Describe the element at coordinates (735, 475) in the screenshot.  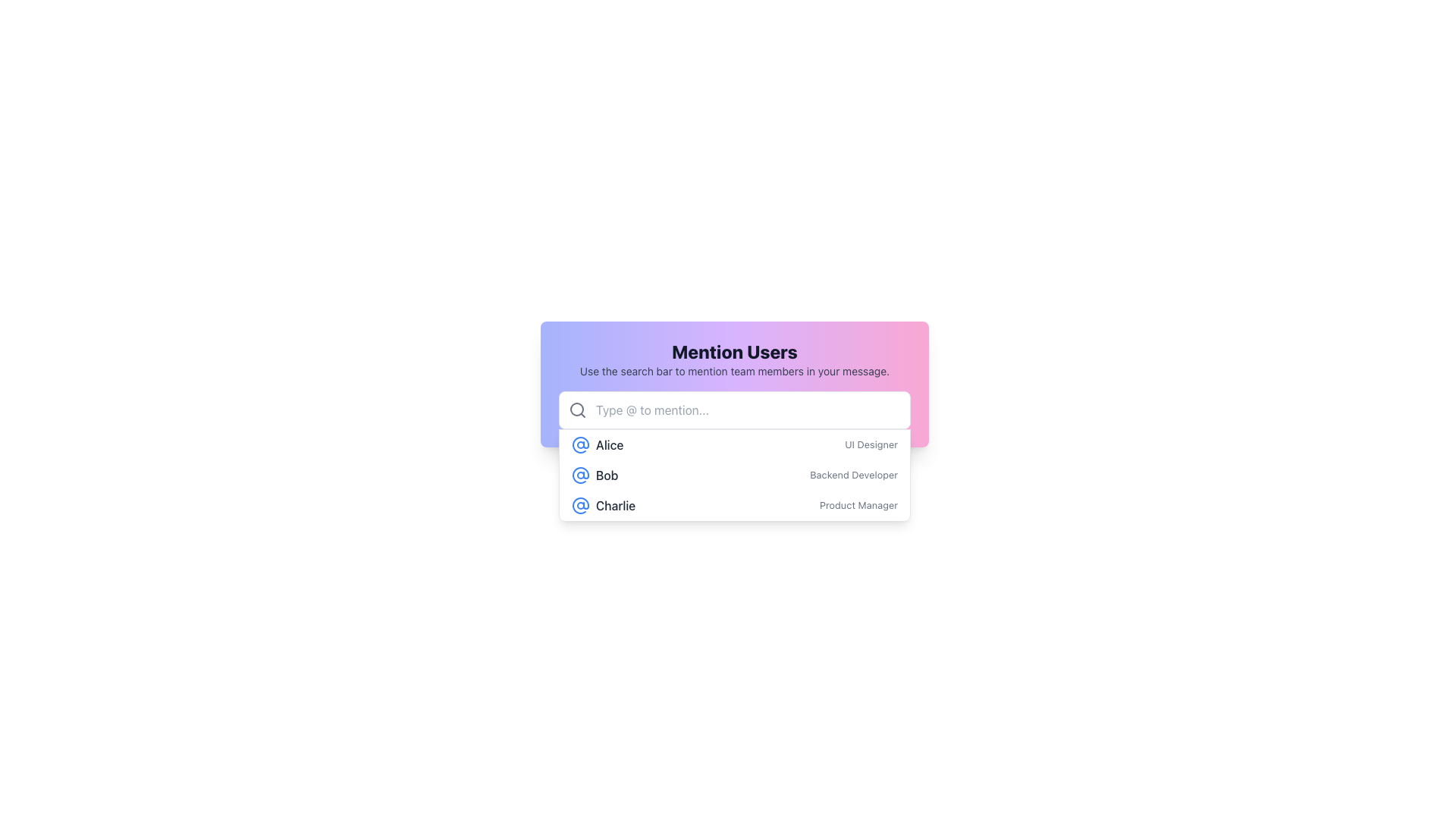
I see `the interactive list item for 'Bob', the Backend Developer` at that location.